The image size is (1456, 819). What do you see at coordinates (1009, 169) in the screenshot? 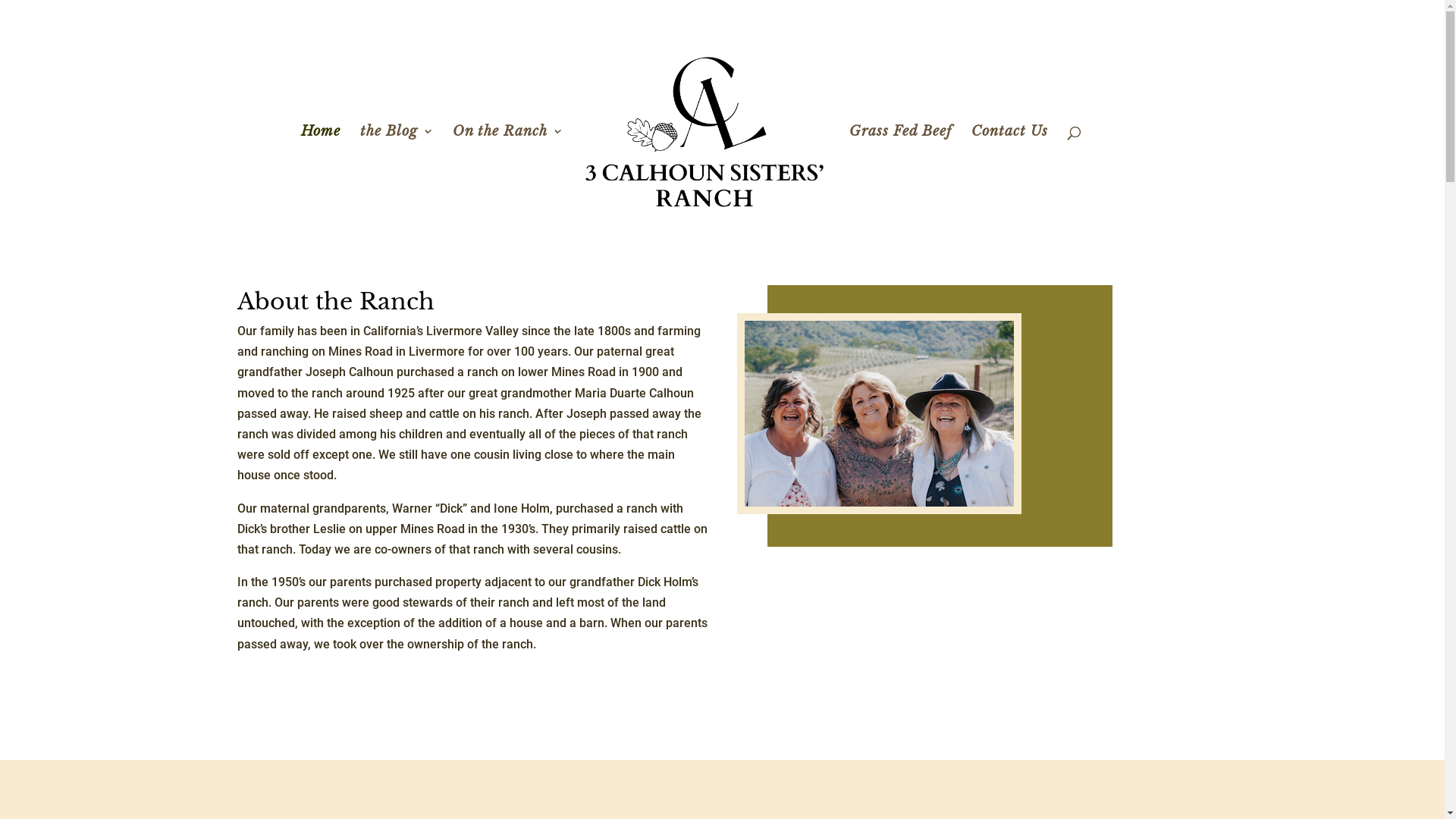
I see `'Contact Us'` at bounding box center [1009, 169].